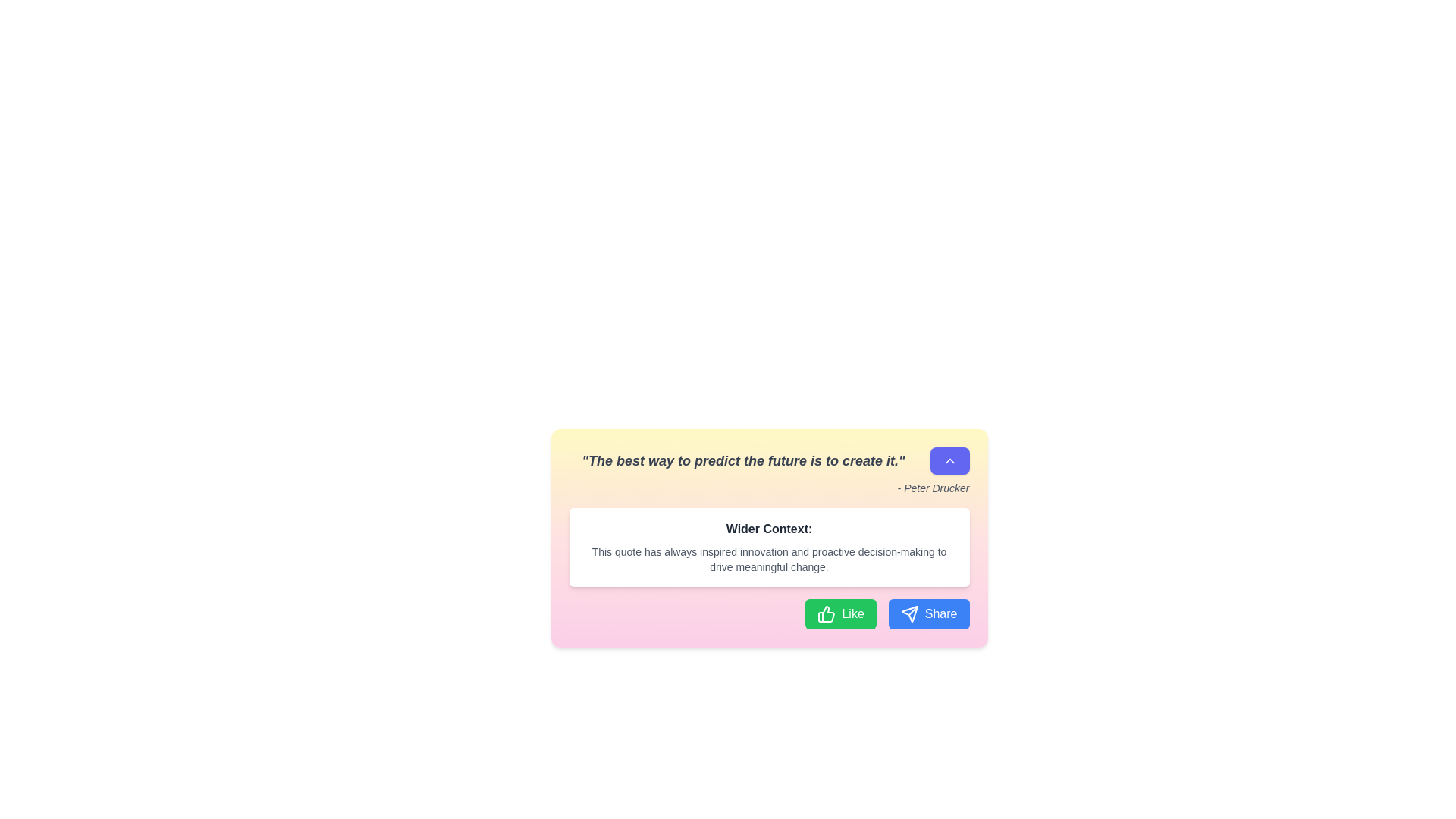 This screenshot has width=1456, height=819. What do you see at coordinates (949, 460) in the screenshot?
I see `the upward navigation button located to the far right of the quote attribution text` at bounding box center [949, 460].